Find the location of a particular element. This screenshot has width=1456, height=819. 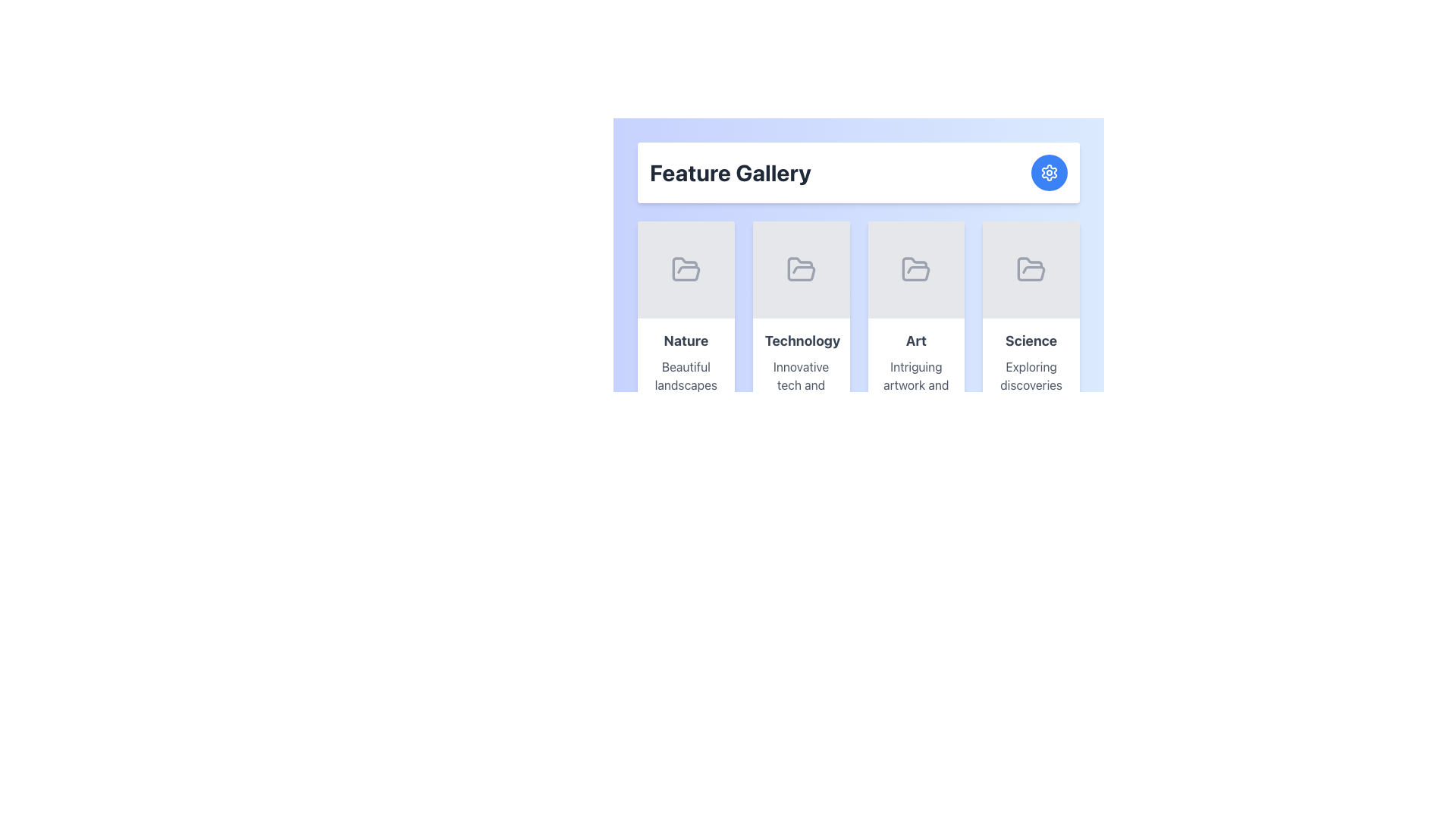

the gray folder icon in the second column of the grid layout is located at coordinates (800, 268).